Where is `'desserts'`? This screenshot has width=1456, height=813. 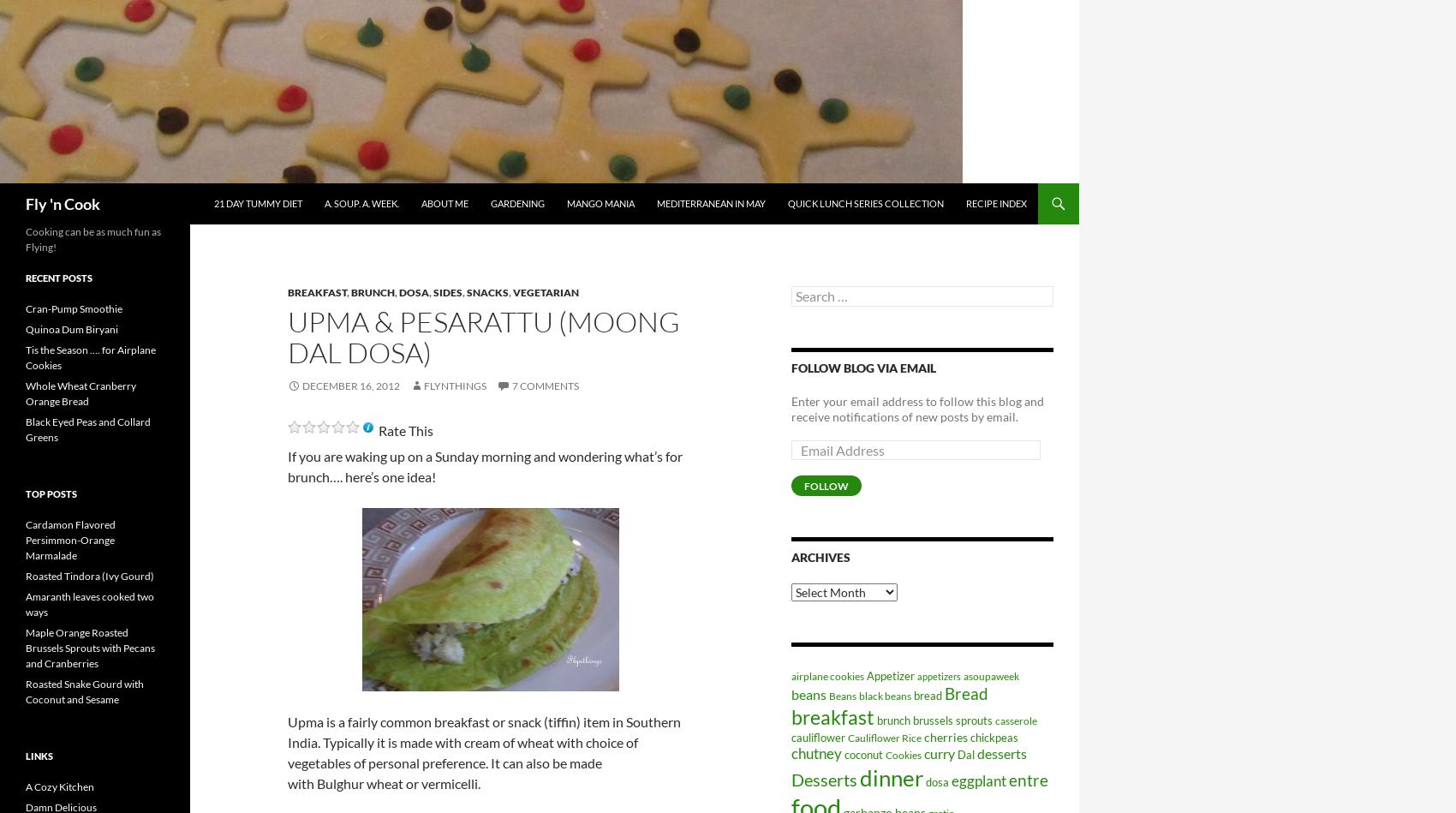 'desserts' is located at coordinates (1001, 753).